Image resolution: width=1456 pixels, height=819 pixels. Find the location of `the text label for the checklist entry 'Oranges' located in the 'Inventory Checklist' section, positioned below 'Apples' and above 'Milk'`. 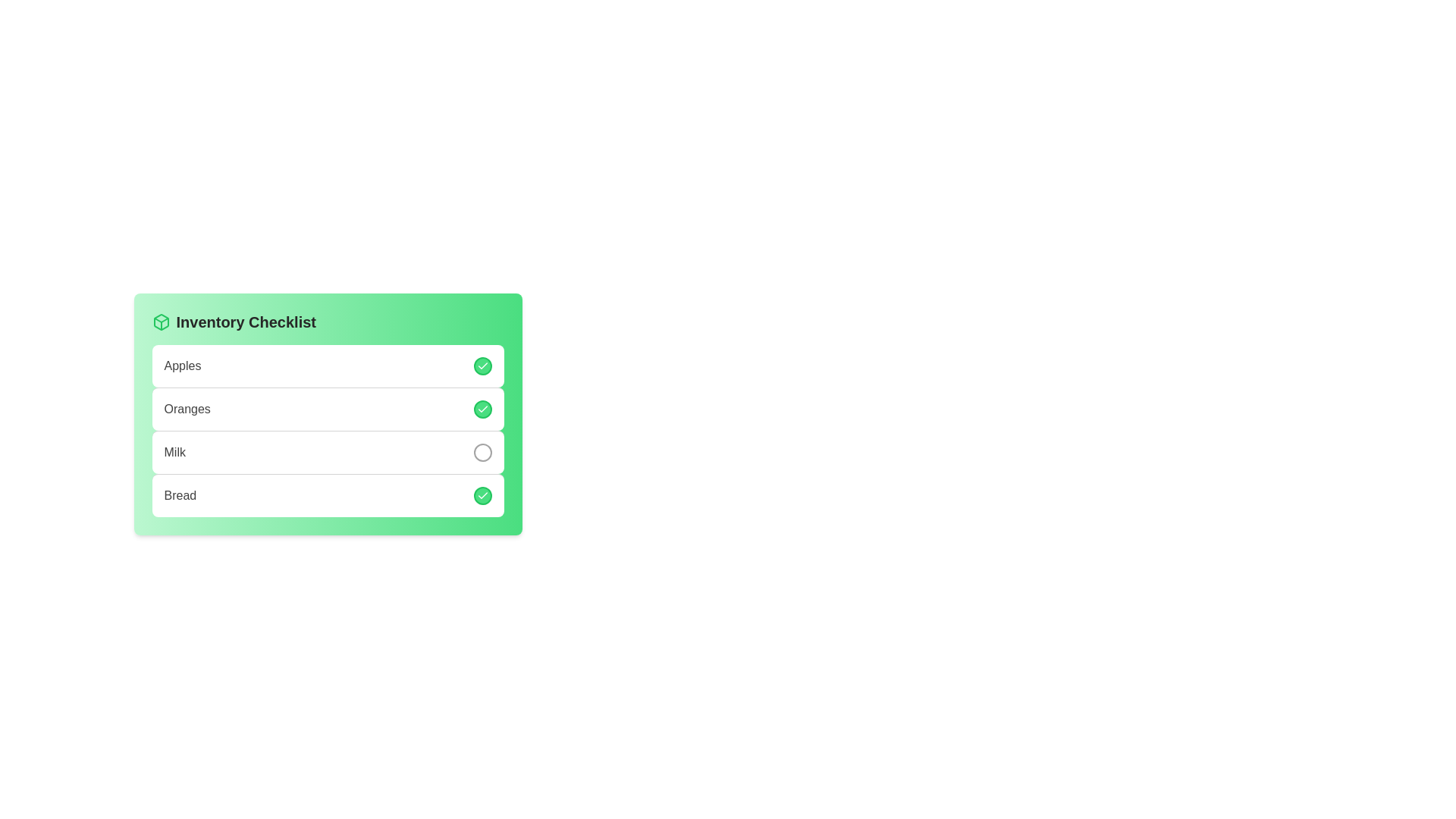

the text label for the checklist entry 'Oranges' located in the 'Inventory Checklist' section, positioned below 'Apples' and above 'Milk' is located at coordinates (187, 409).